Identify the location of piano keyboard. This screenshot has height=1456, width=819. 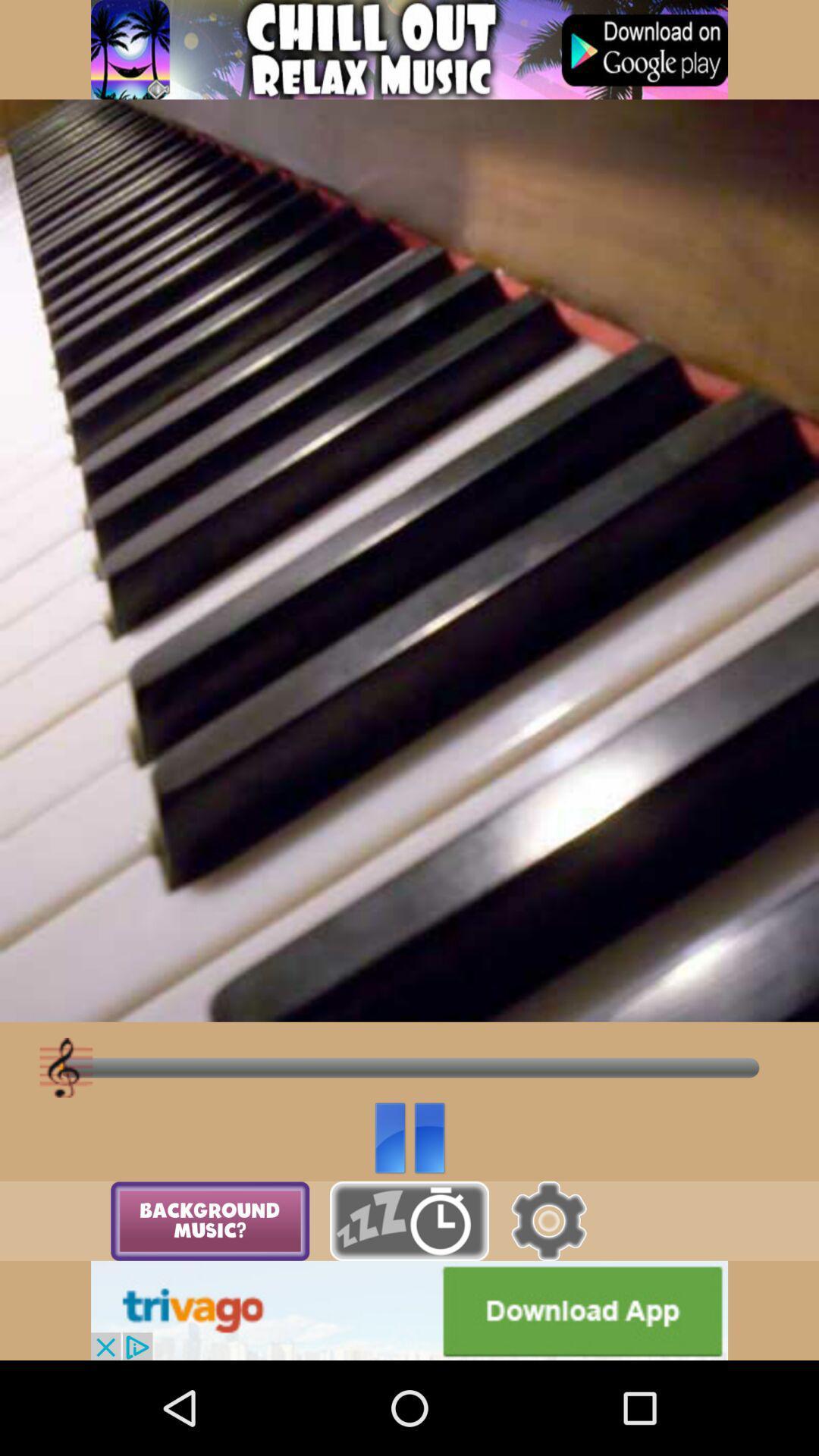
(409, 1221).